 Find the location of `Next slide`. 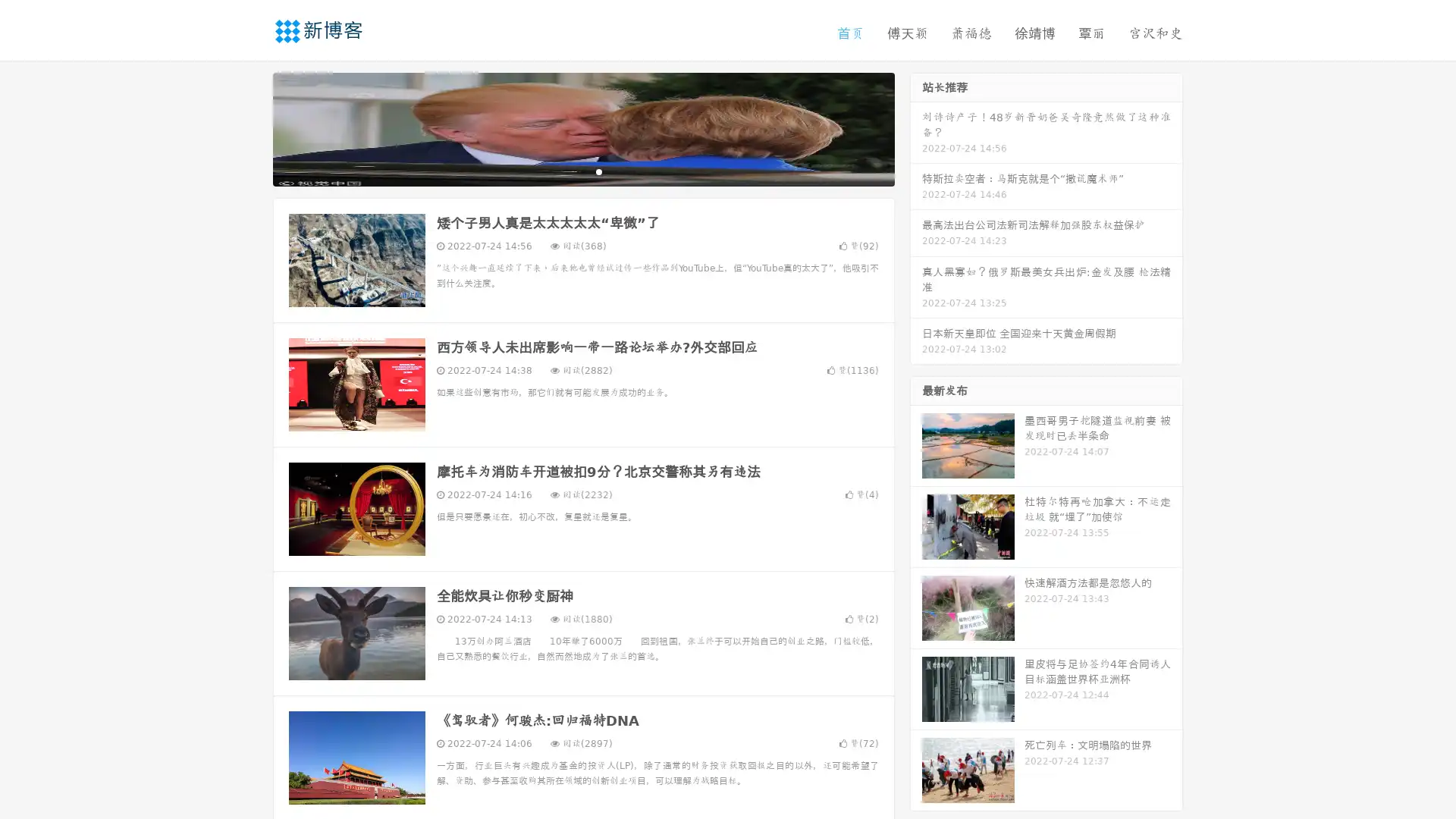

Next slide is located at coordinates (916, 127).